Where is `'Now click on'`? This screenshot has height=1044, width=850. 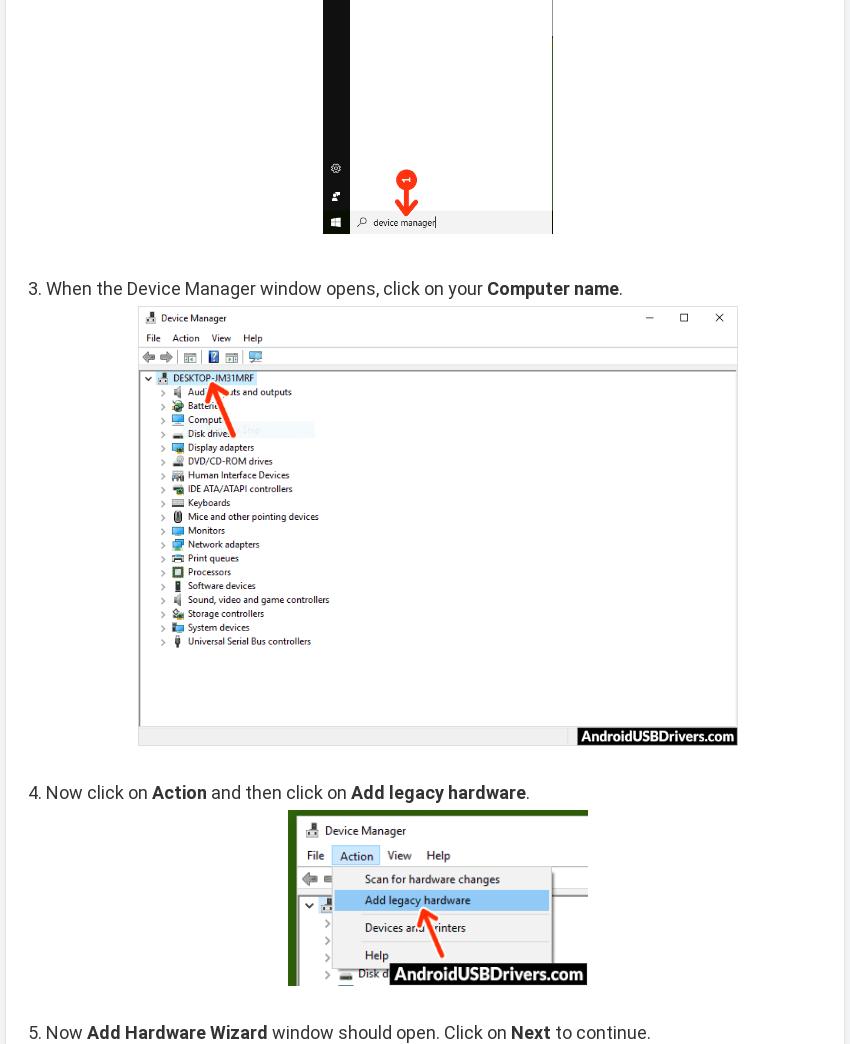
'Now click on' is located at coordinates (98, 790).